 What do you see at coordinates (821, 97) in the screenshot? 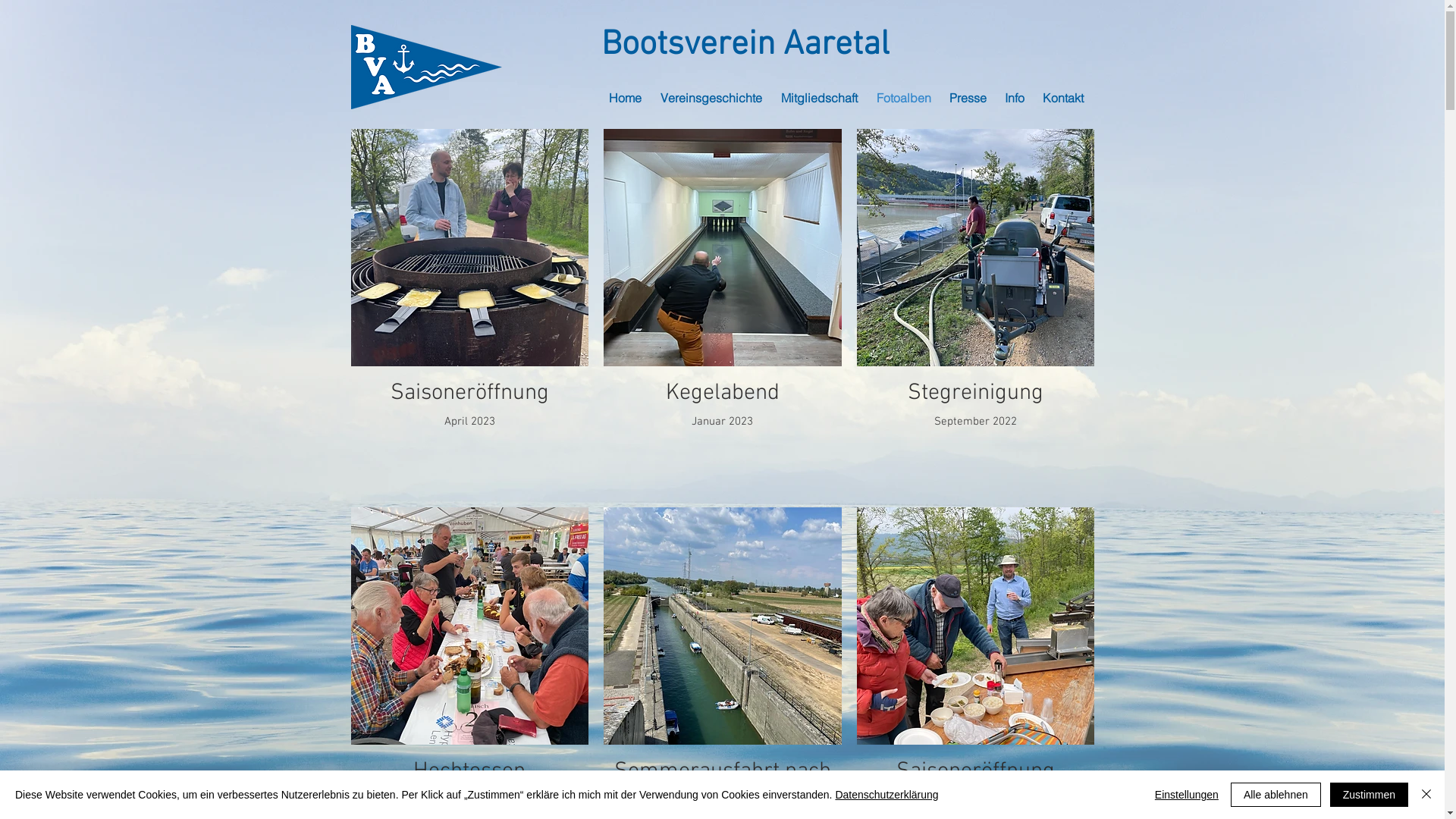
I see `'Mitgliedschaft'` at bounding box center [821, 97].